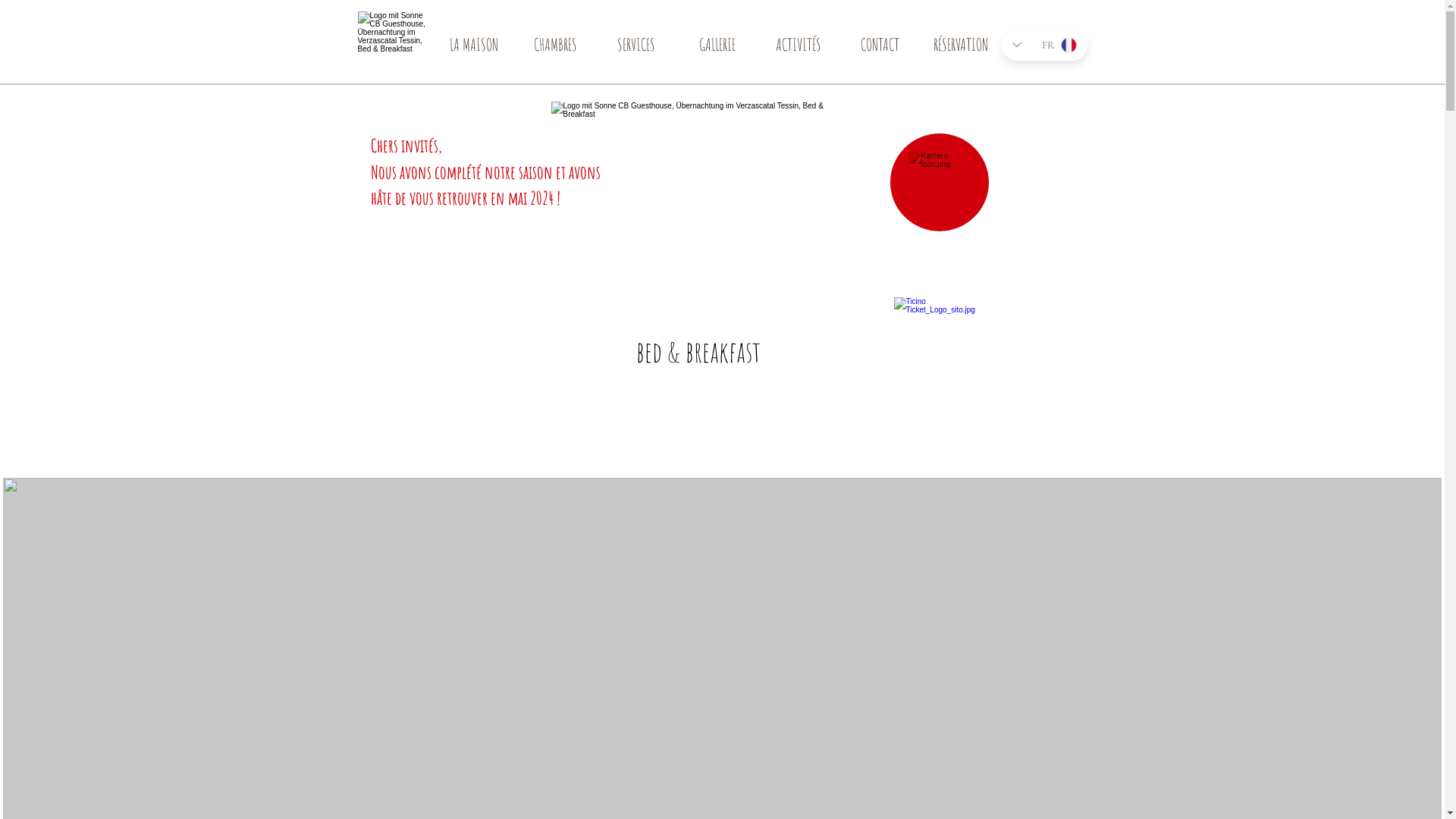 The width and height of the screenshot is (1456, 819). What do you see at coordinates (879, 49) in the screenshot?
I see `'CONTACT'` at bounding box center [879, 49].